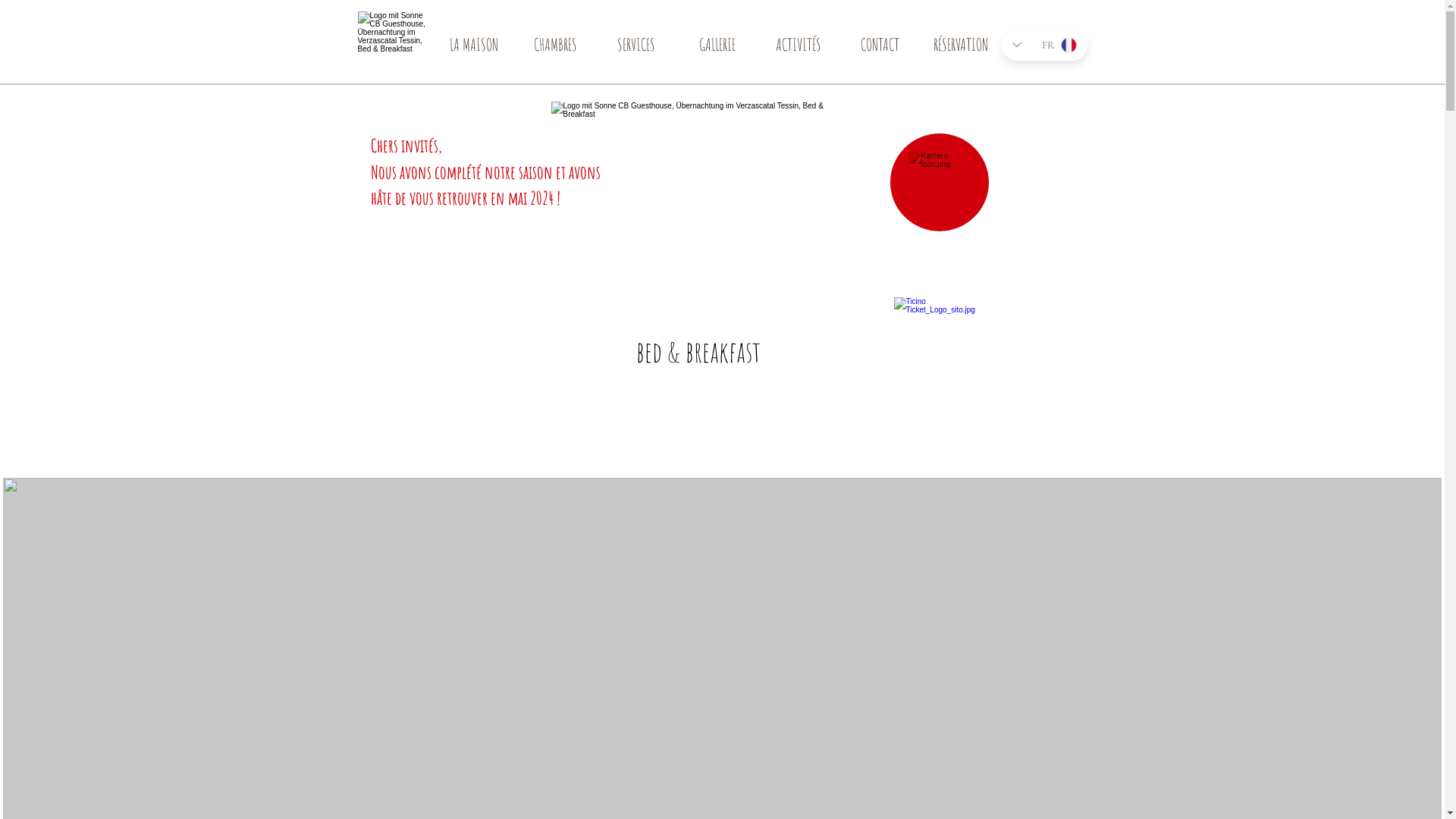 The width and height of the screenshot is (1456, 819). What do you see at coordinates (879, 49) in the screenshot?
I see `'CONTACT'` at bounding box center [879, 49].